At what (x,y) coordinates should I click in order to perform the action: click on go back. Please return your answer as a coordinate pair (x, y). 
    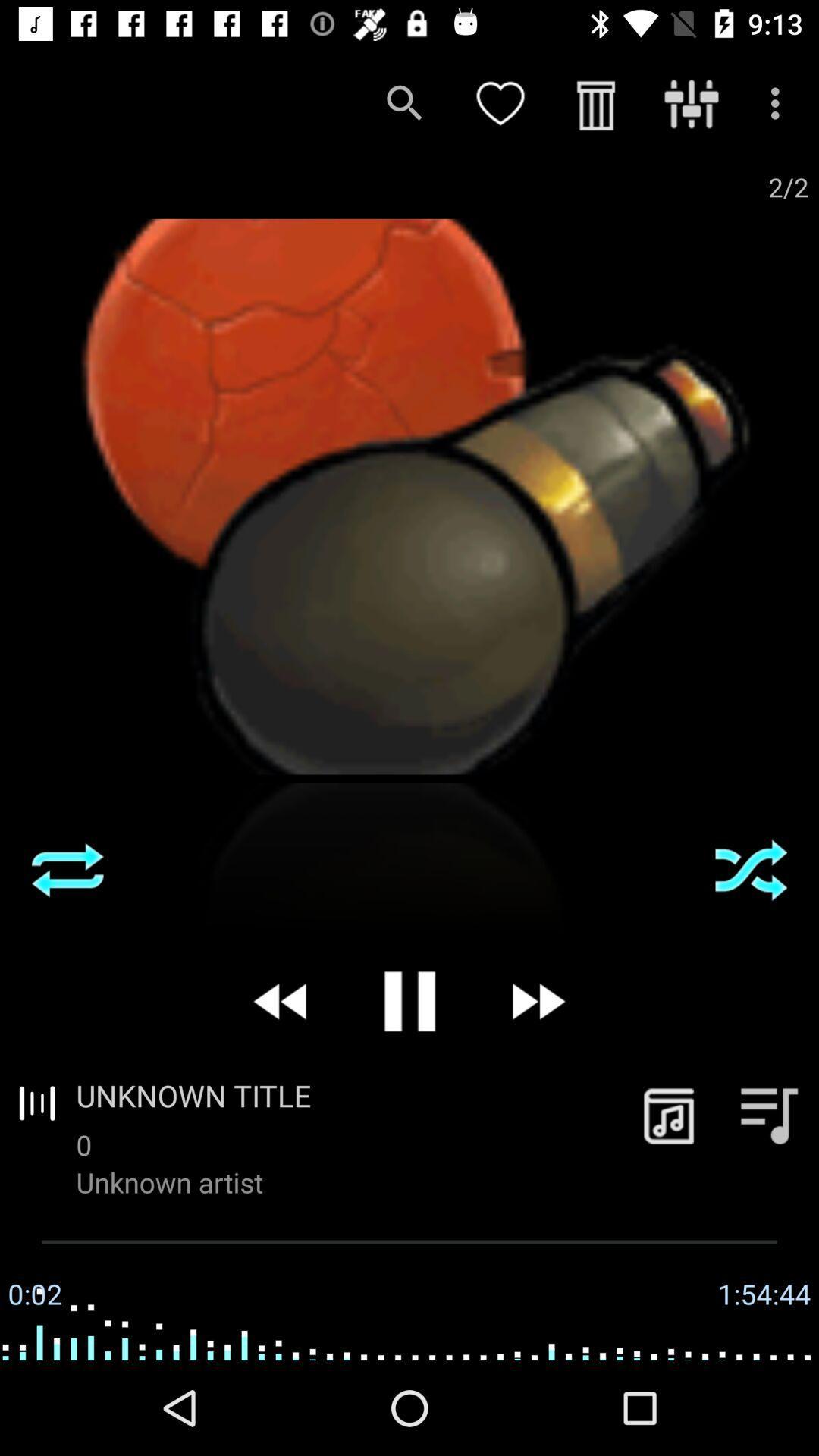
    Looking at the image, I should click on (281, 1001).